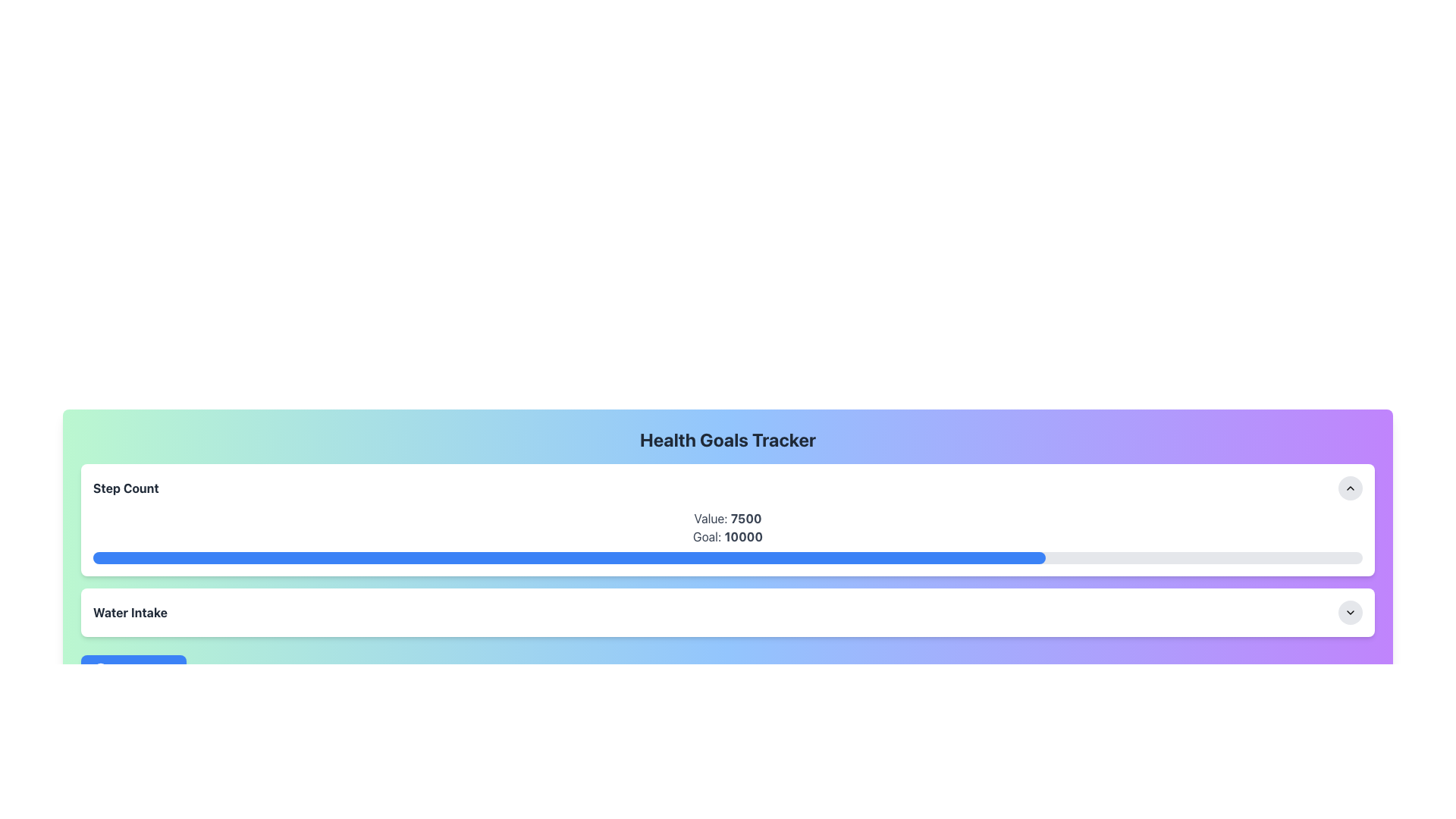 Image resolution: width=1456 pixels, height=819 pixels. I want to click on the static text label displaying 'Water Intake' in bold gray font, positioned below the 'Step Count' progress bar, so click(130, 611).